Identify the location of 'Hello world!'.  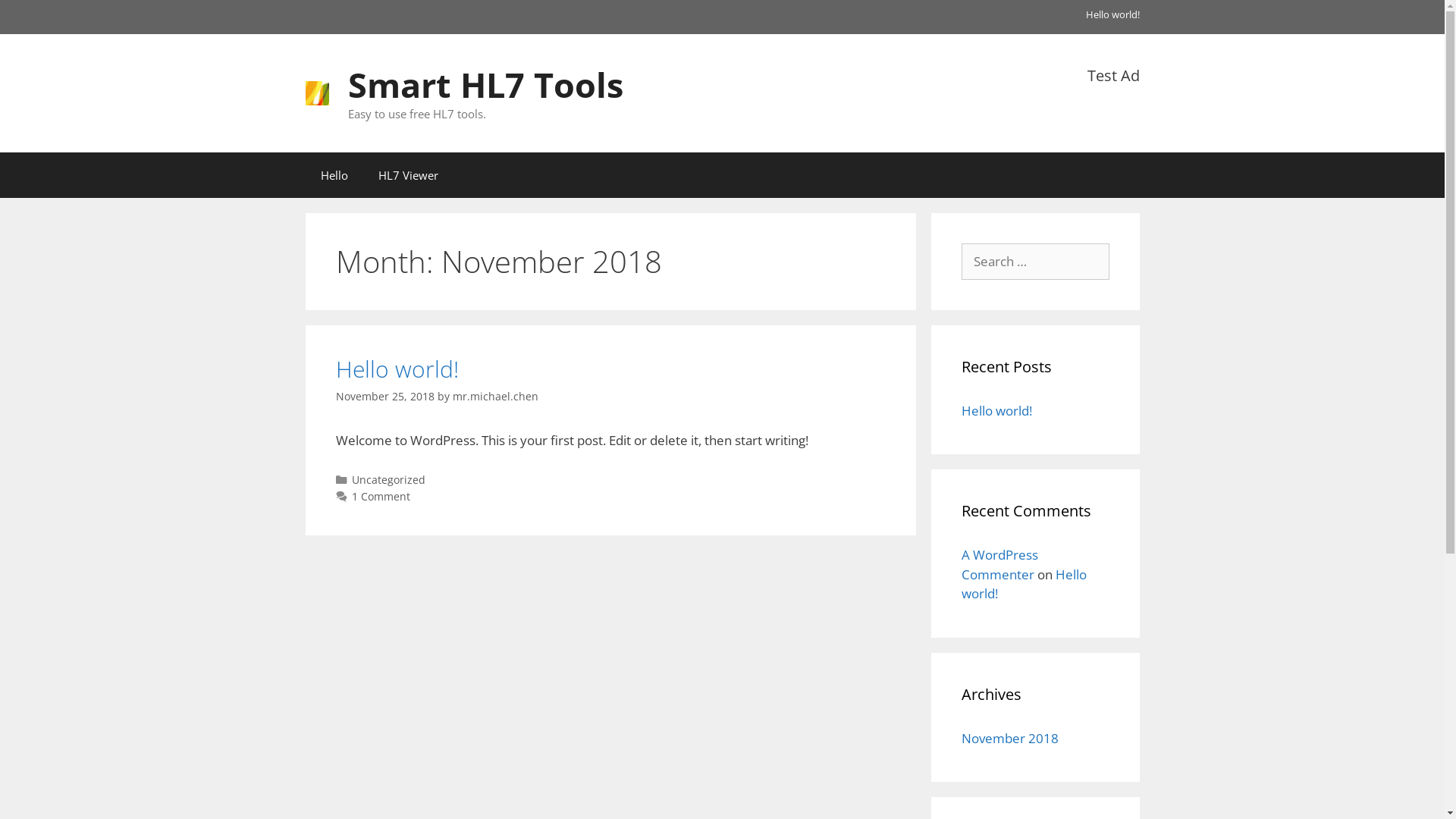
(960, 583).